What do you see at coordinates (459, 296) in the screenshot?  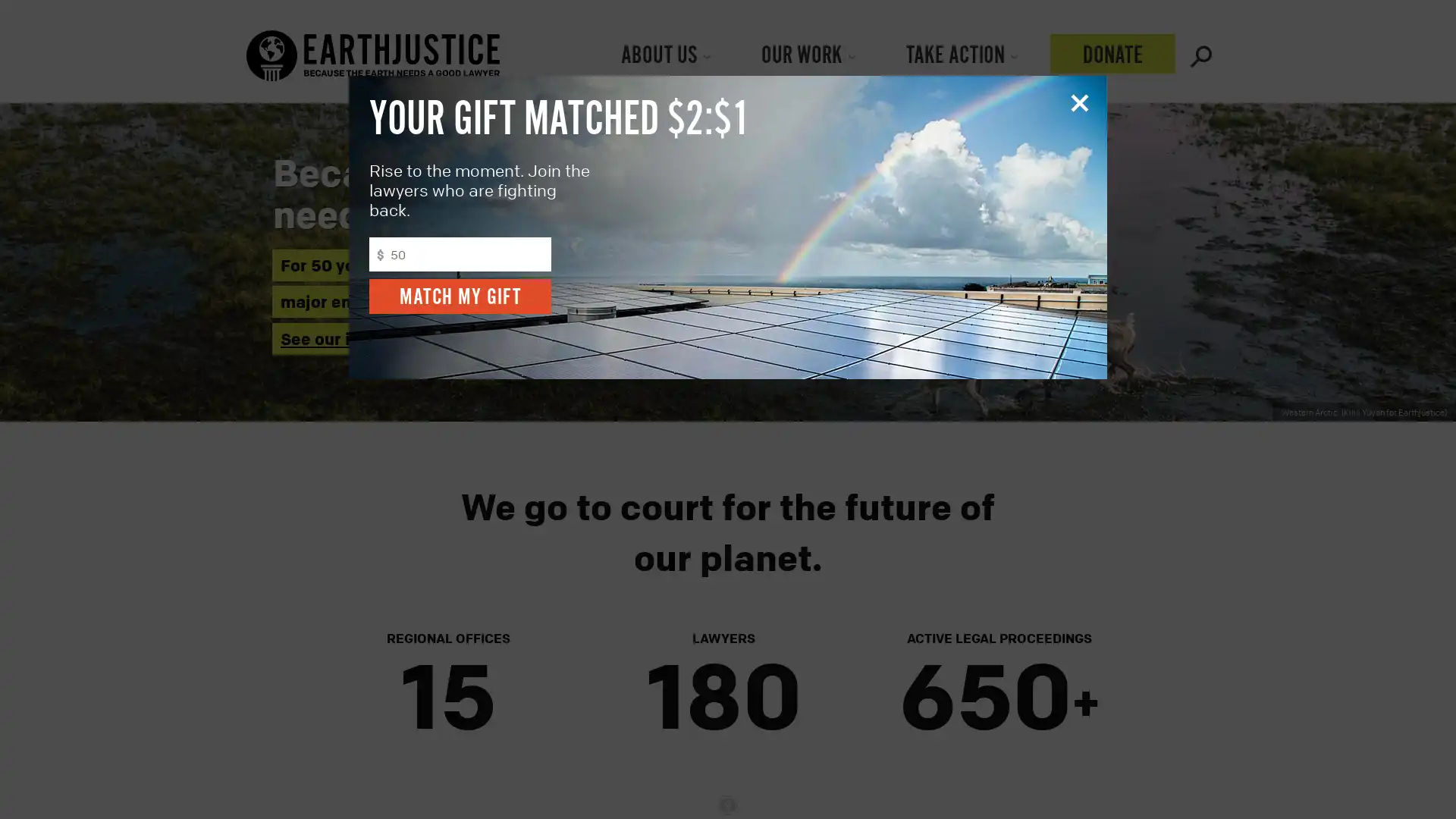 I see `MATCH MY GIFT` at bounding box center [459, 296].